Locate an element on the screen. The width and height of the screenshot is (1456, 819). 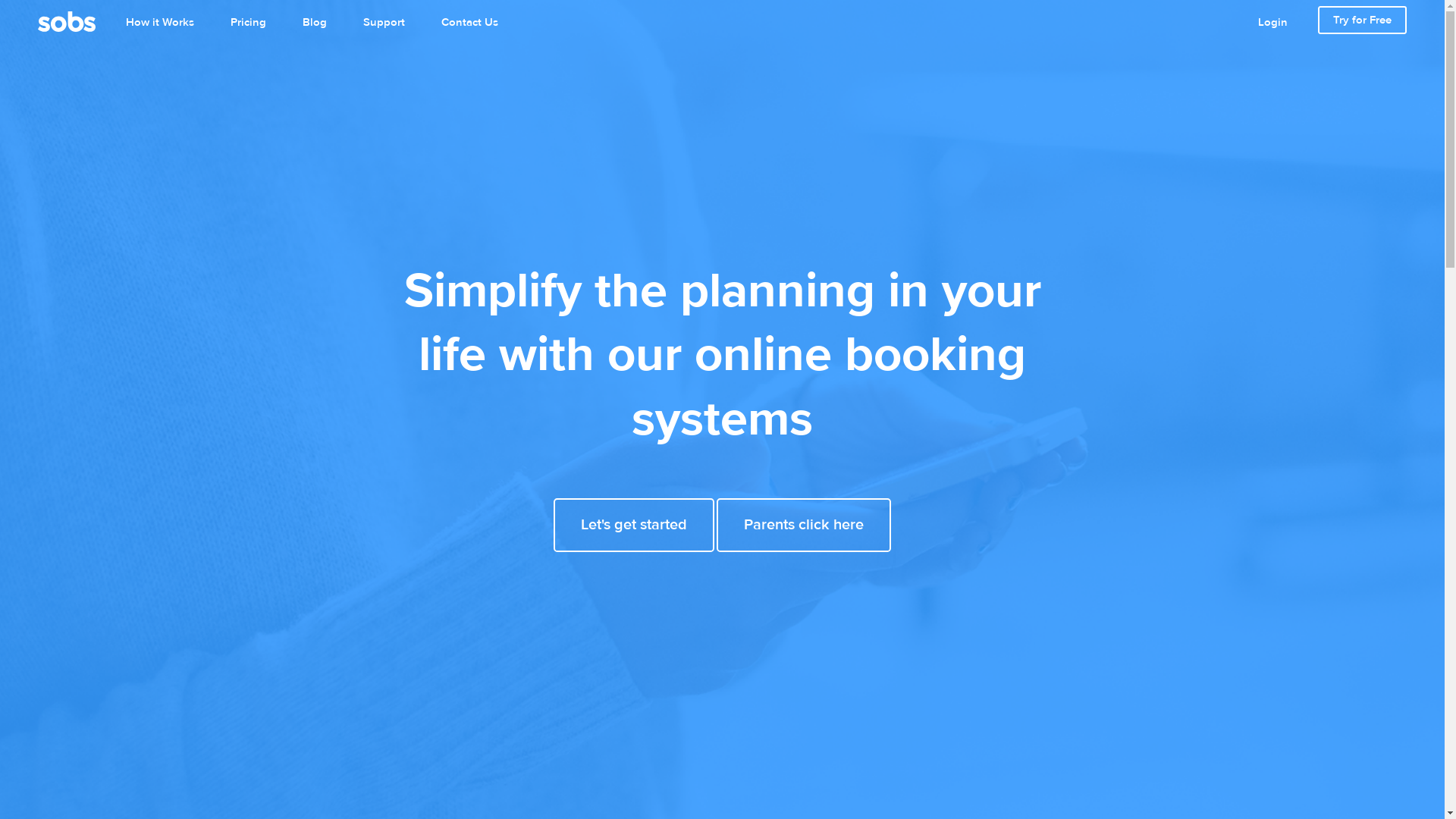
'Contact Us' is located at coordinates (469, 23).